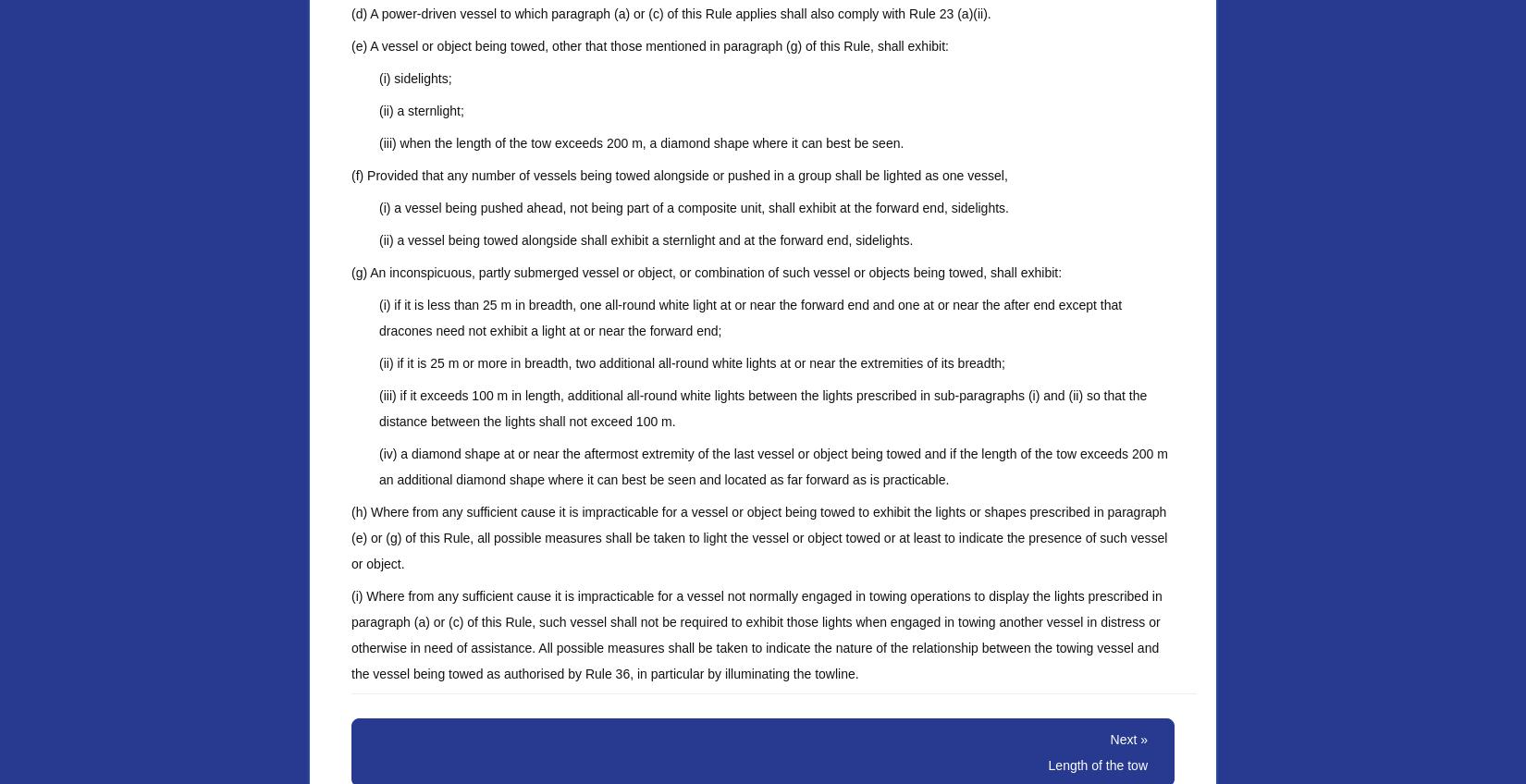 The height and width of the screenshot is (784, 1526). I want to click on '(ii) a vessel being towed alongside shall exhibit a sternlight and at the forward end, sidelights.', so click(645, 239).